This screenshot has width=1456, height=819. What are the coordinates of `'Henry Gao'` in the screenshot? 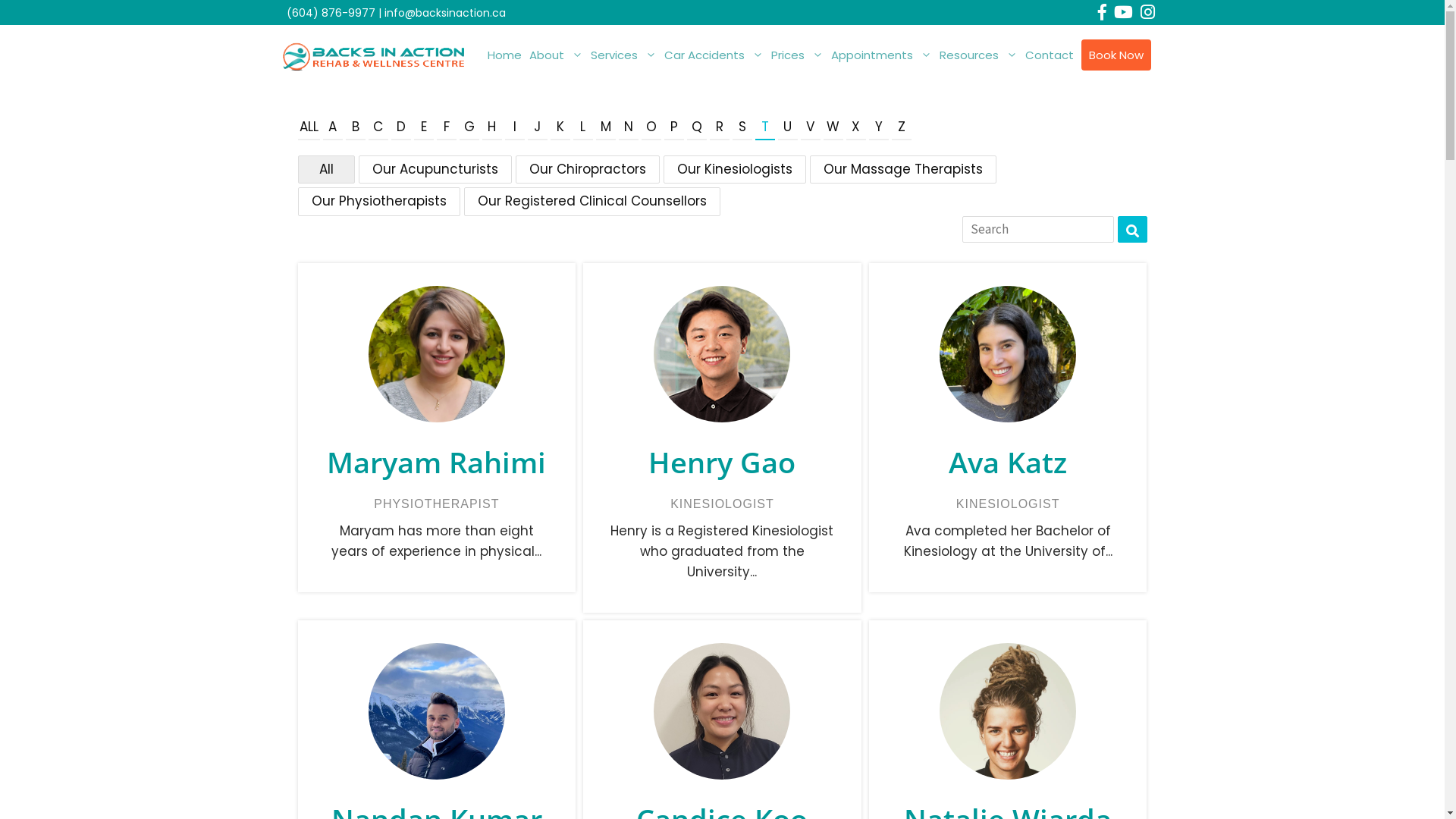 It's located at (721, 461).